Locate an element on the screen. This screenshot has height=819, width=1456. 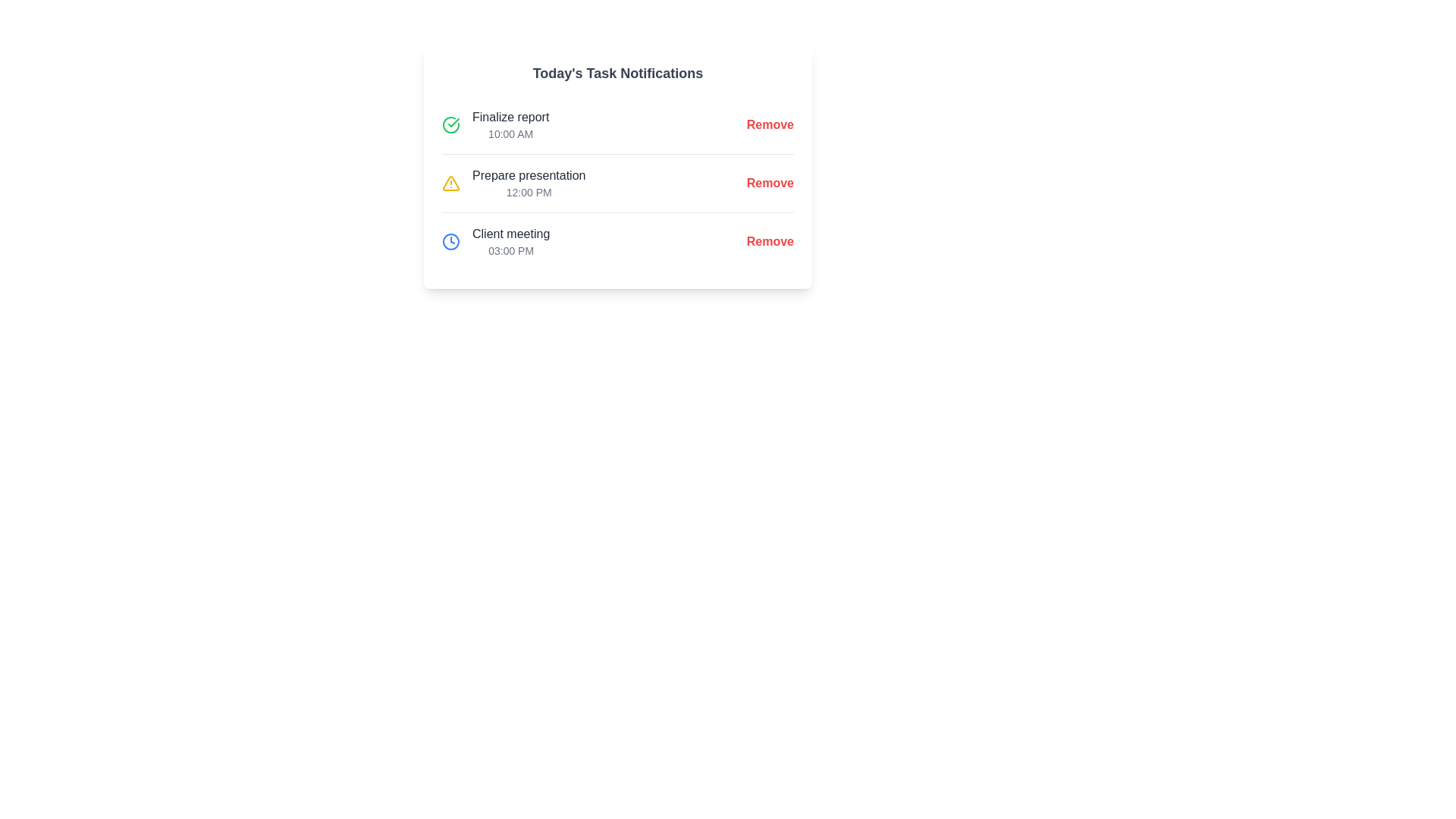
the circular blue outlined clock icon representing the notification for 'Client meeting 03:00 PM' is located at coordinates (450, 241).